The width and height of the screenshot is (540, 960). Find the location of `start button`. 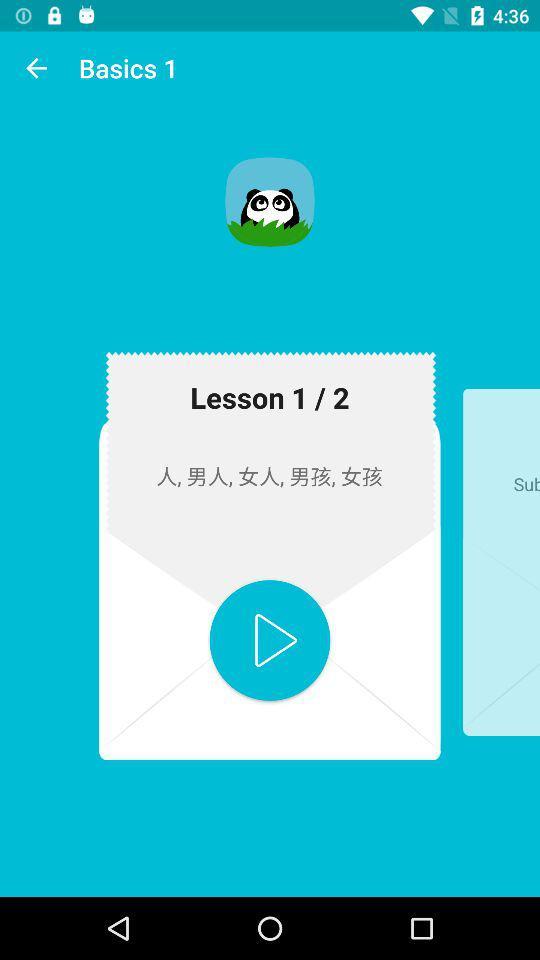

start button is located at coordinates (270, 639).